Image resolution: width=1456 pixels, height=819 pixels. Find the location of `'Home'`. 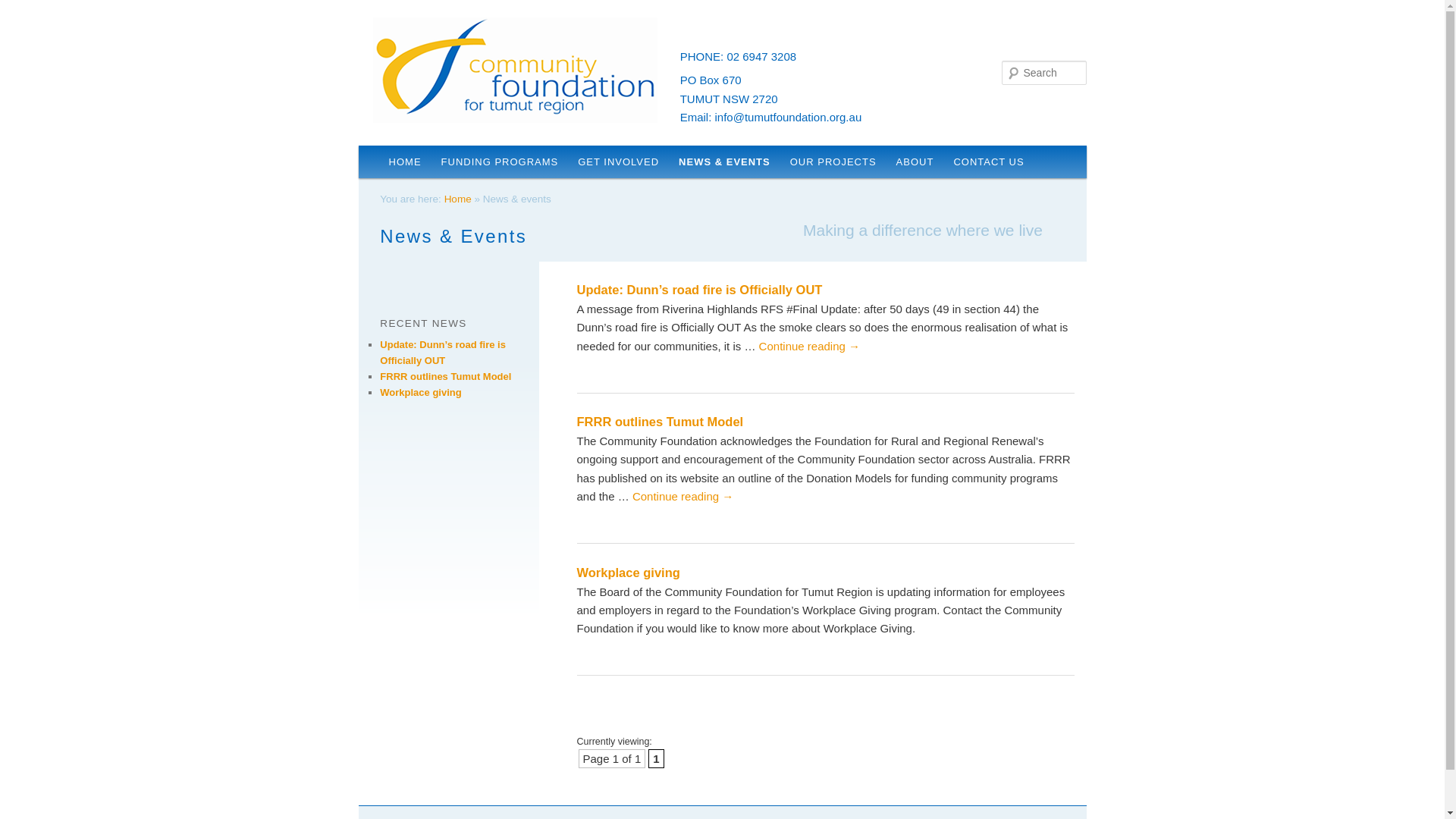

'Home' is located at coordinates (457, 198).